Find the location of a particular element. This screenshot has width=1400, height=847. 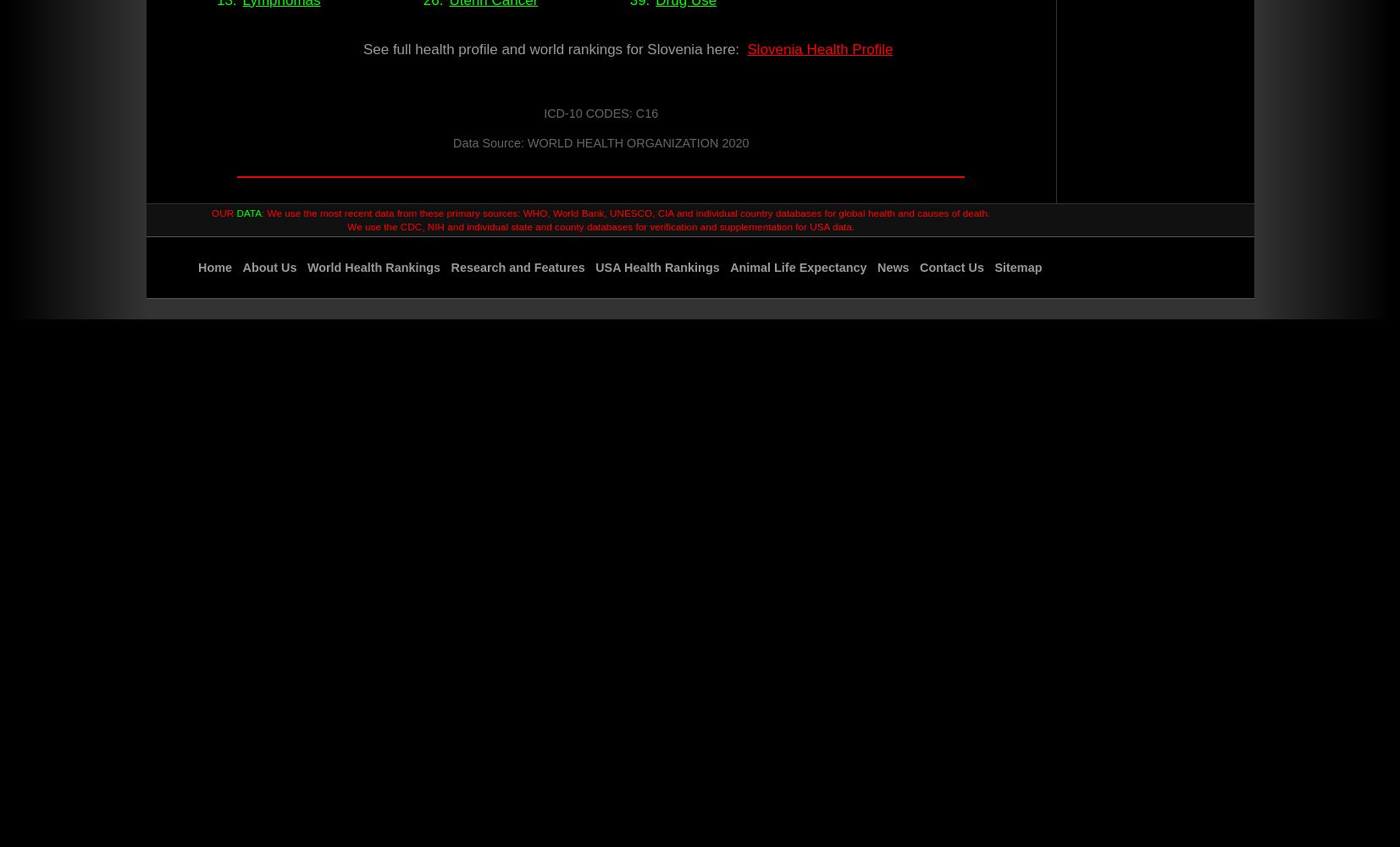

'OUR' is located at coordinates (223, 213).